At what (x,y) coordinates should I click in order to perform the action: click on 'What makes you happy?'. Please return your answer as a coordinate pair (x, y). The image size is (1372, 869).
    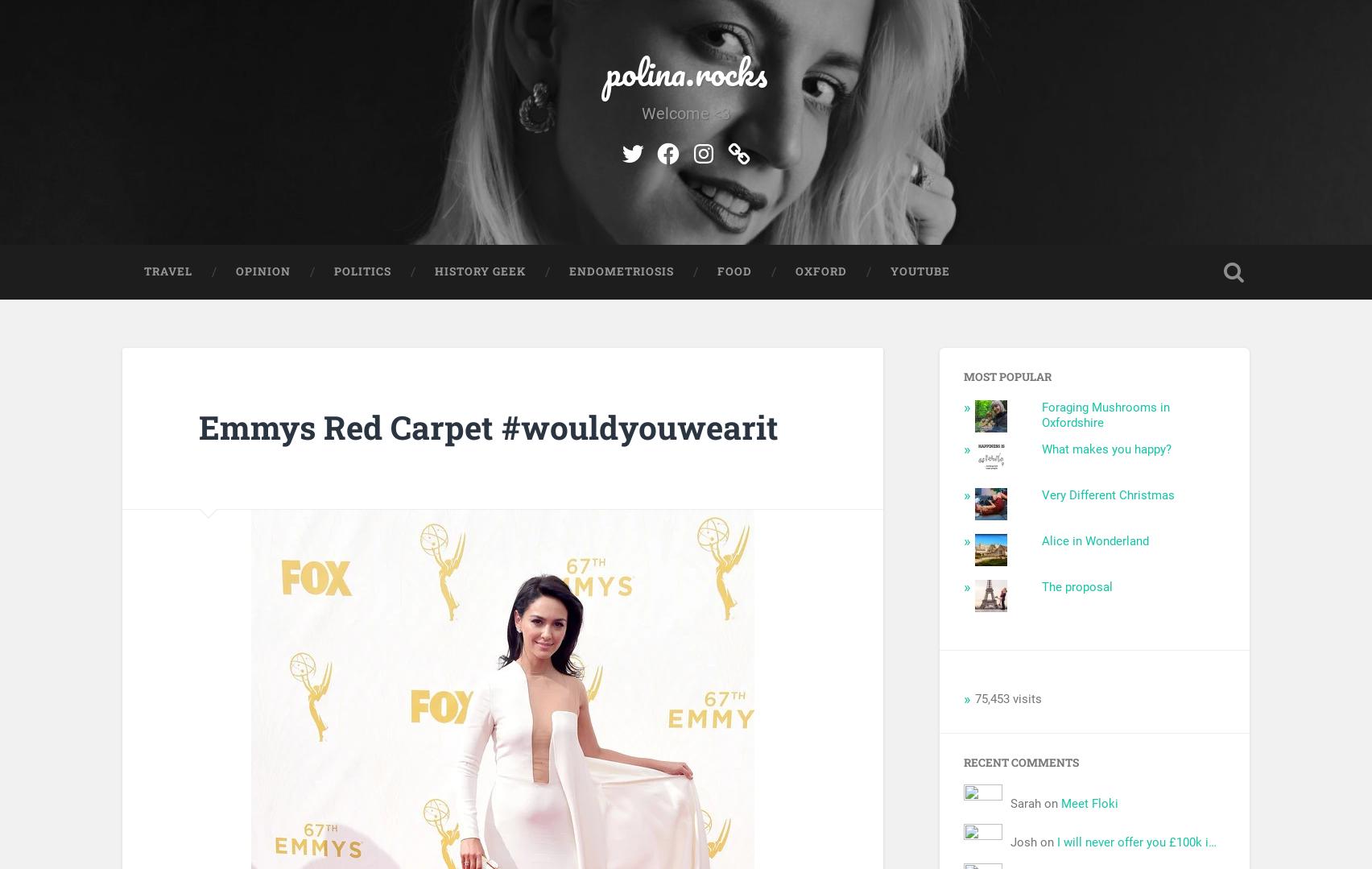
    Looking at the image, I should click on (1105, 447).